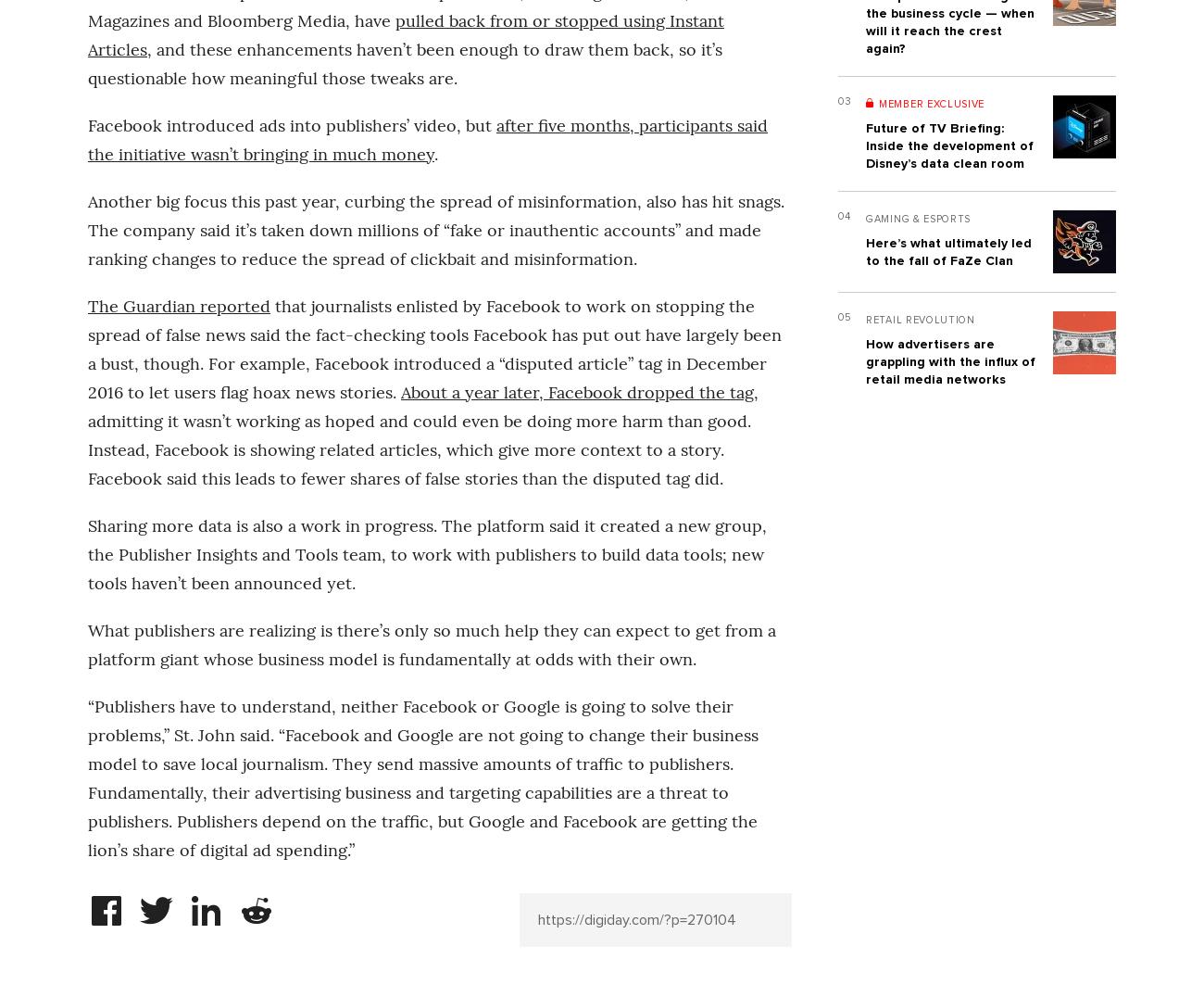  I want to click on 'Another big focus this past year, curbing the spread of misinformation, also has hit snags. The company said it’s taken down millions of “fake or inauthentic accounts” and made ranking changes to reduce the spread of clickbait and misinformation.', so click(434, 229).